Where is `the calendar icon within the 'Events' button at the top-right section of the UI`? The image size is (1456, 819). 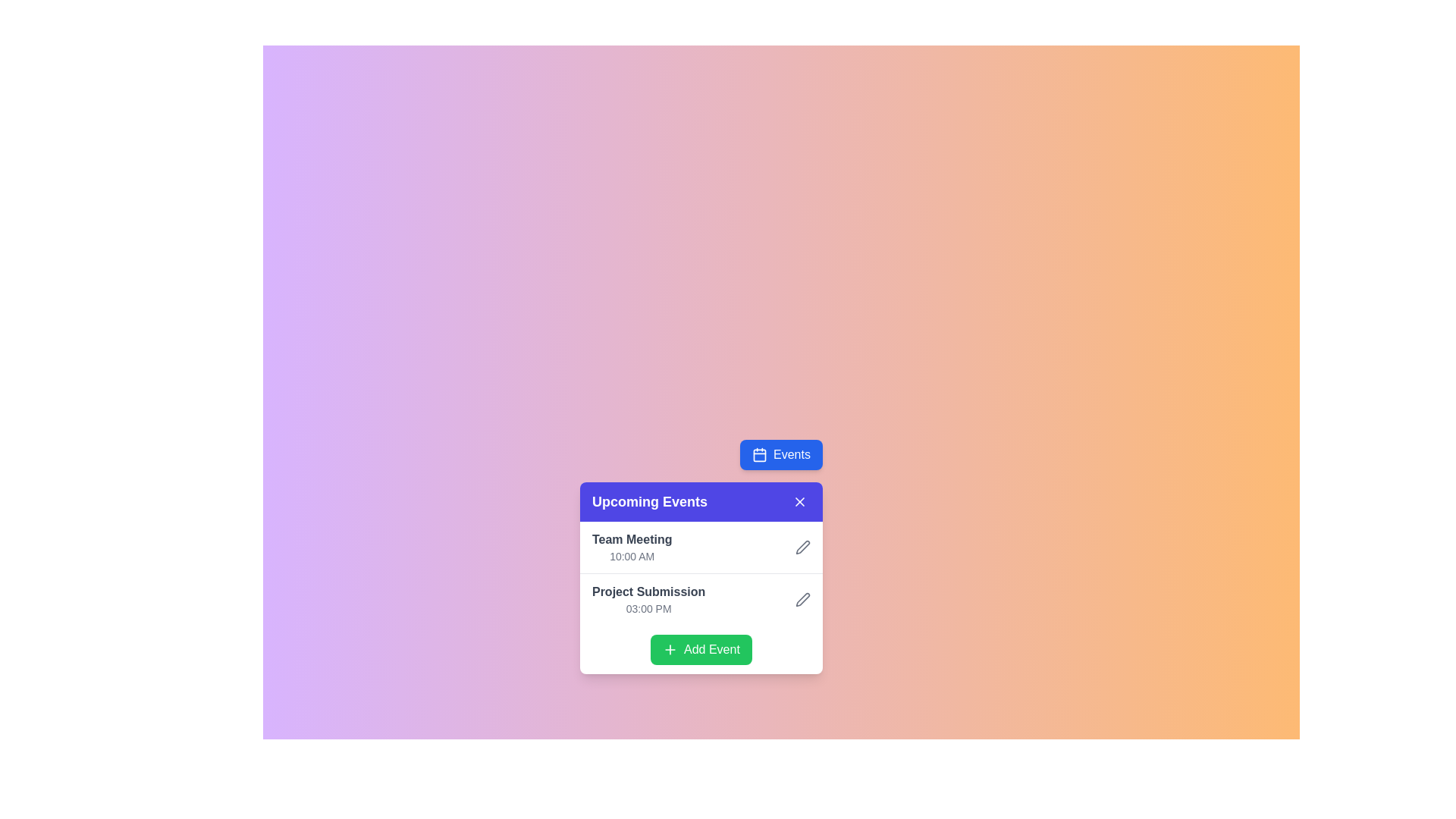
the calendar icon within the 'Events' button at the top-right section of the UI is located at coordinates (760, 454).